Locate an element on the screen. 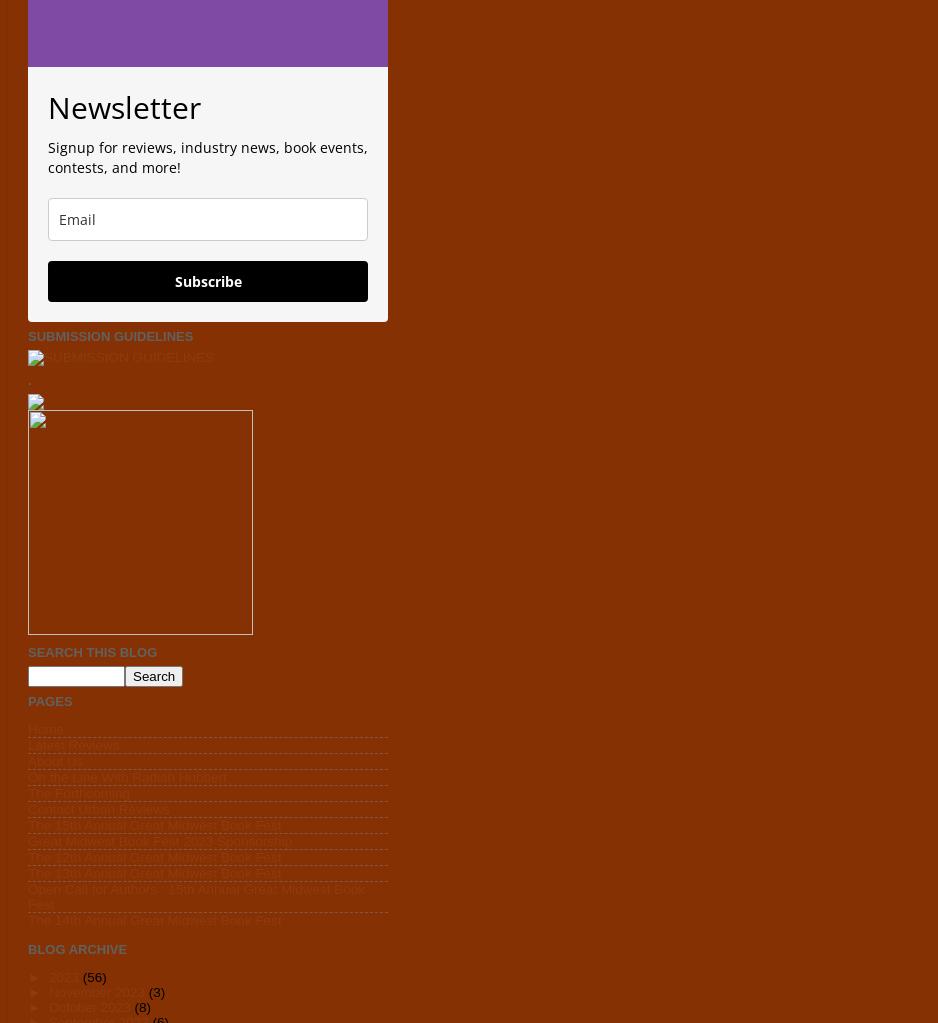  'Subscribe' is located at coordinates (207, 280).